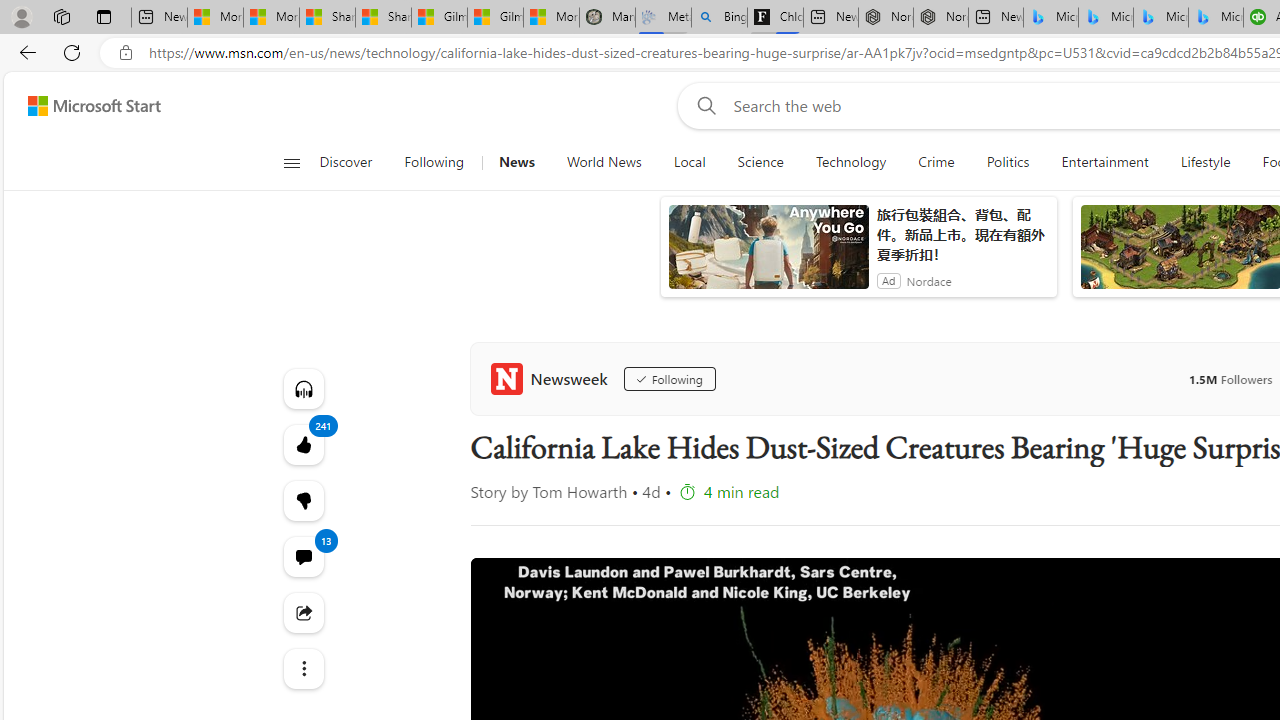  What do you see at coordinates (353, 162) in the screenshot?
I see `'Discover'` at bounding box center [353, 162].